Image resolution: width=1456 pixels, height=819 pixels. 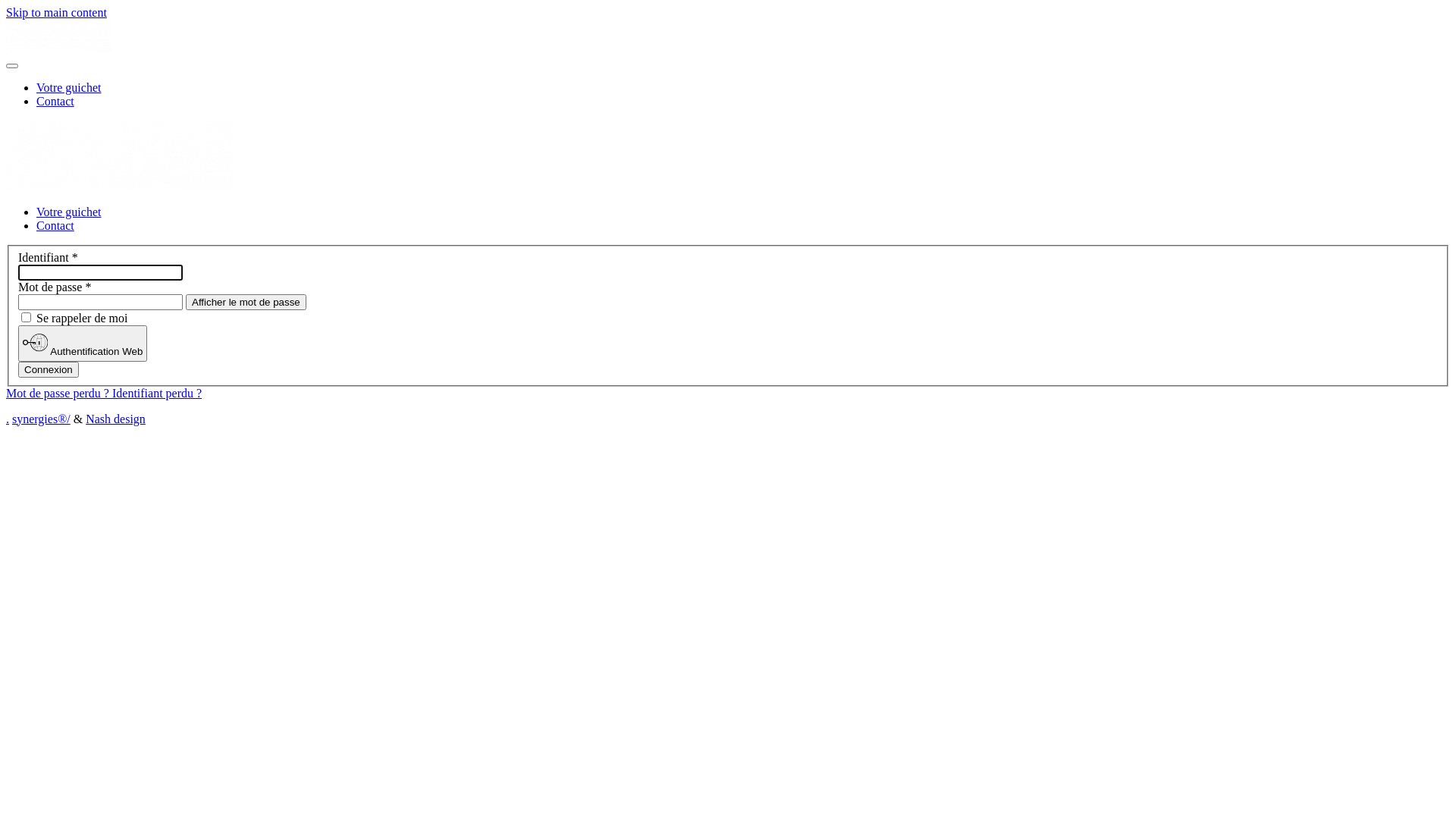 What do you see at coordinates (7, 419) in the screenshot?
I see `'.'` at bounding box center [7, 419].